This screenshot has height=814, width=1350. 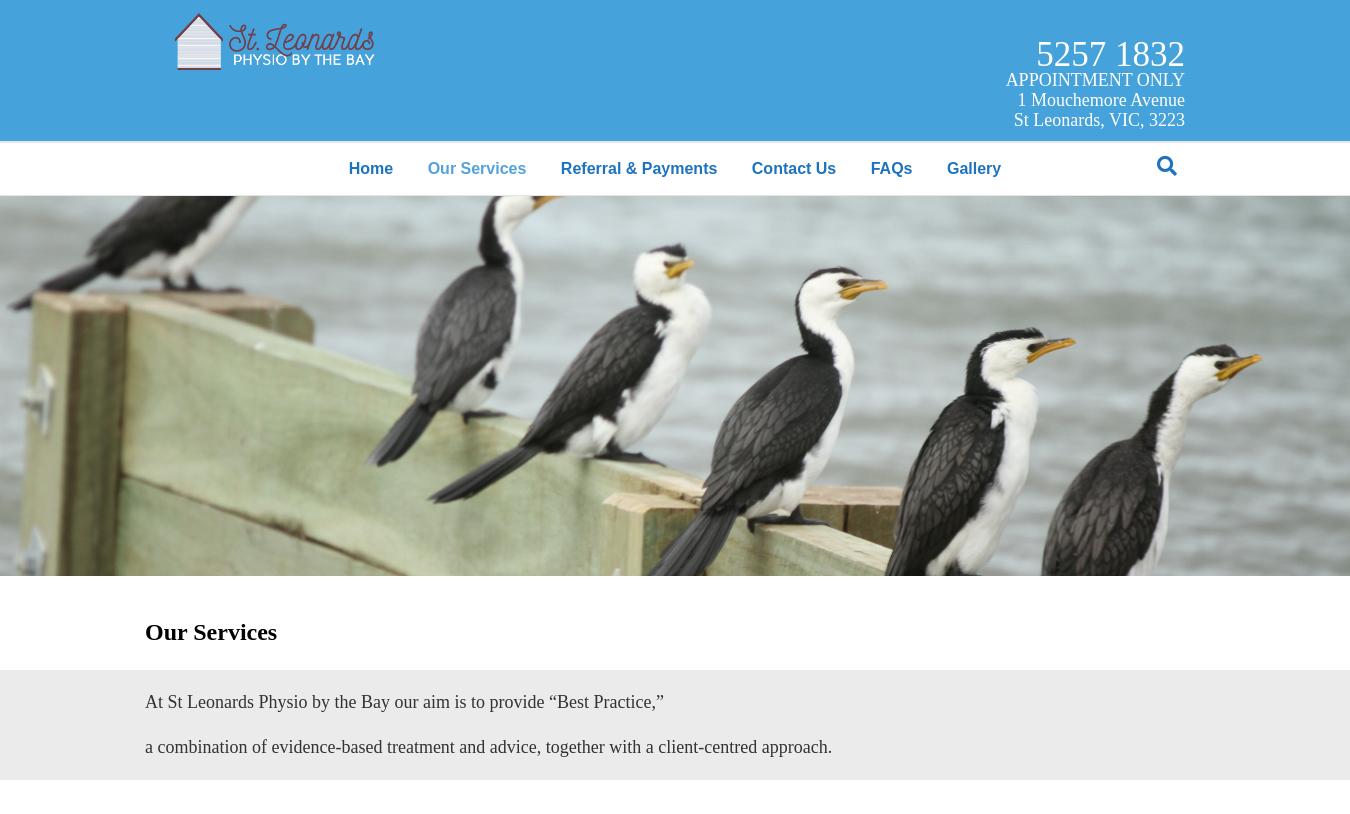 I want to click on 'Home', so click(x=370, y=167).